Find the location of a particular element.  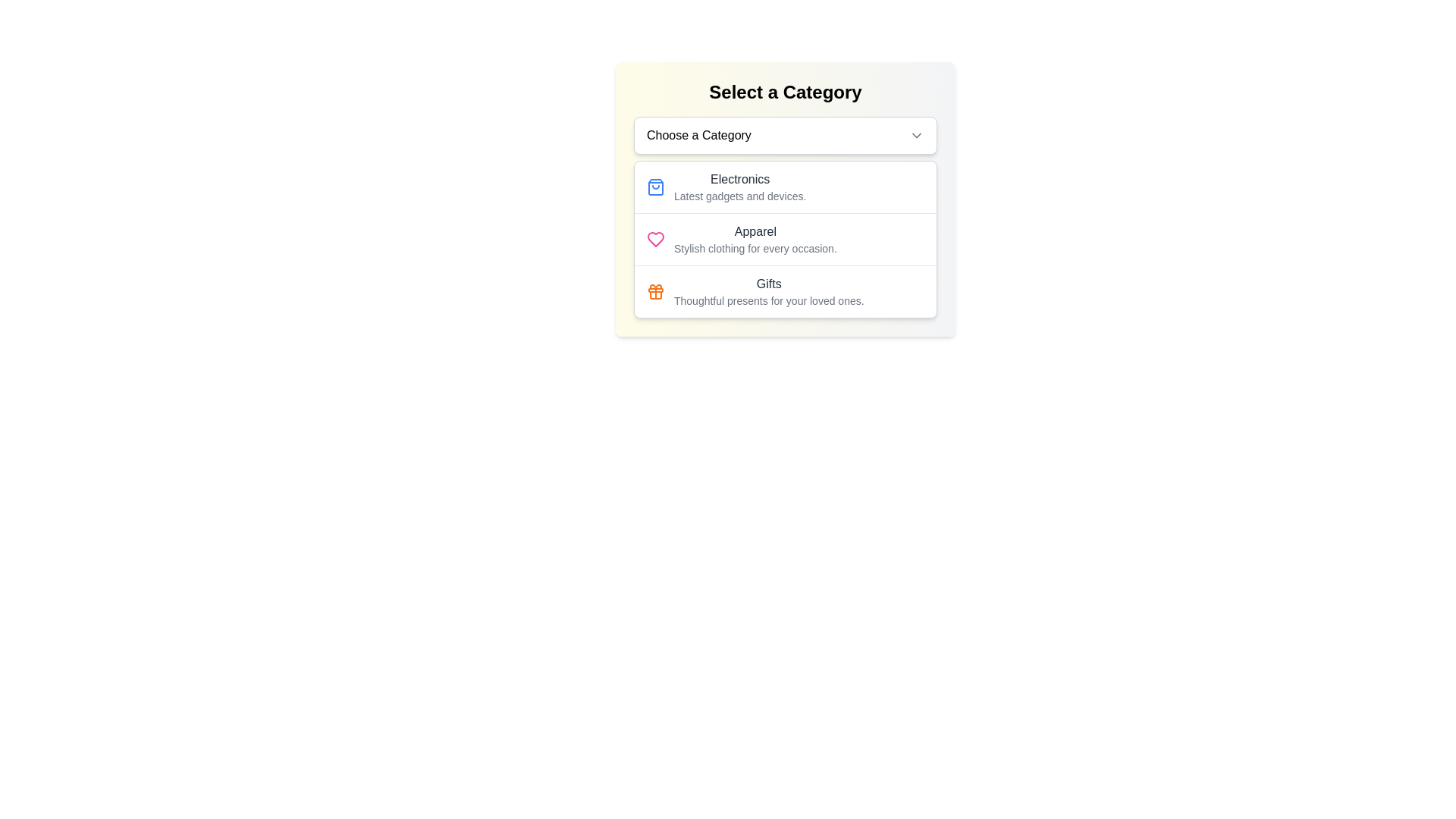

the Dropdown arrow icon within the 'Choose a Category' button to trigger tooltip or highlight effects is located at coordinates (916, 134).